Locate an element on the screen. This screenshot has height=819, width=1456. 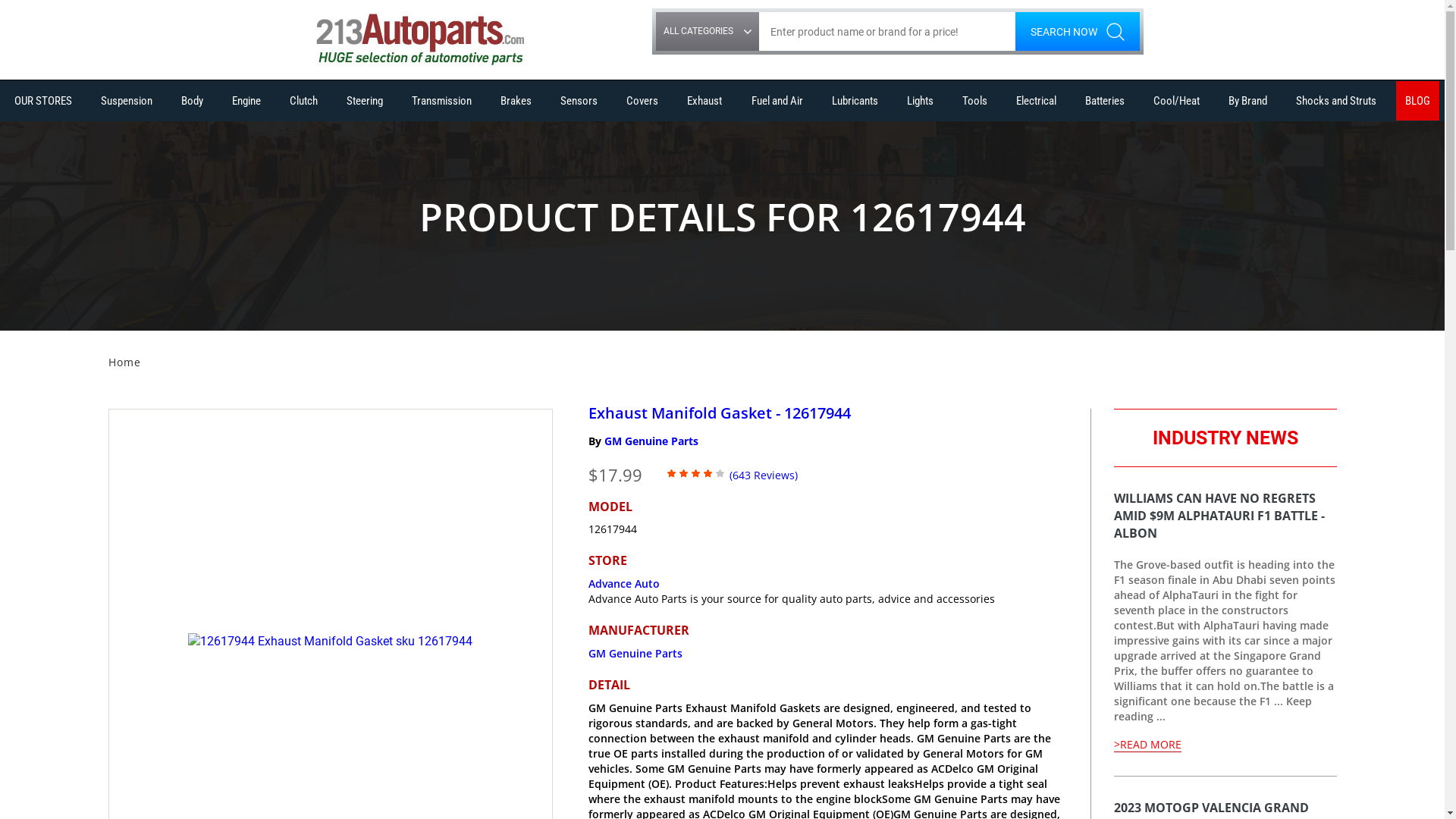
'Lights' is located at coordinates (898, 100).